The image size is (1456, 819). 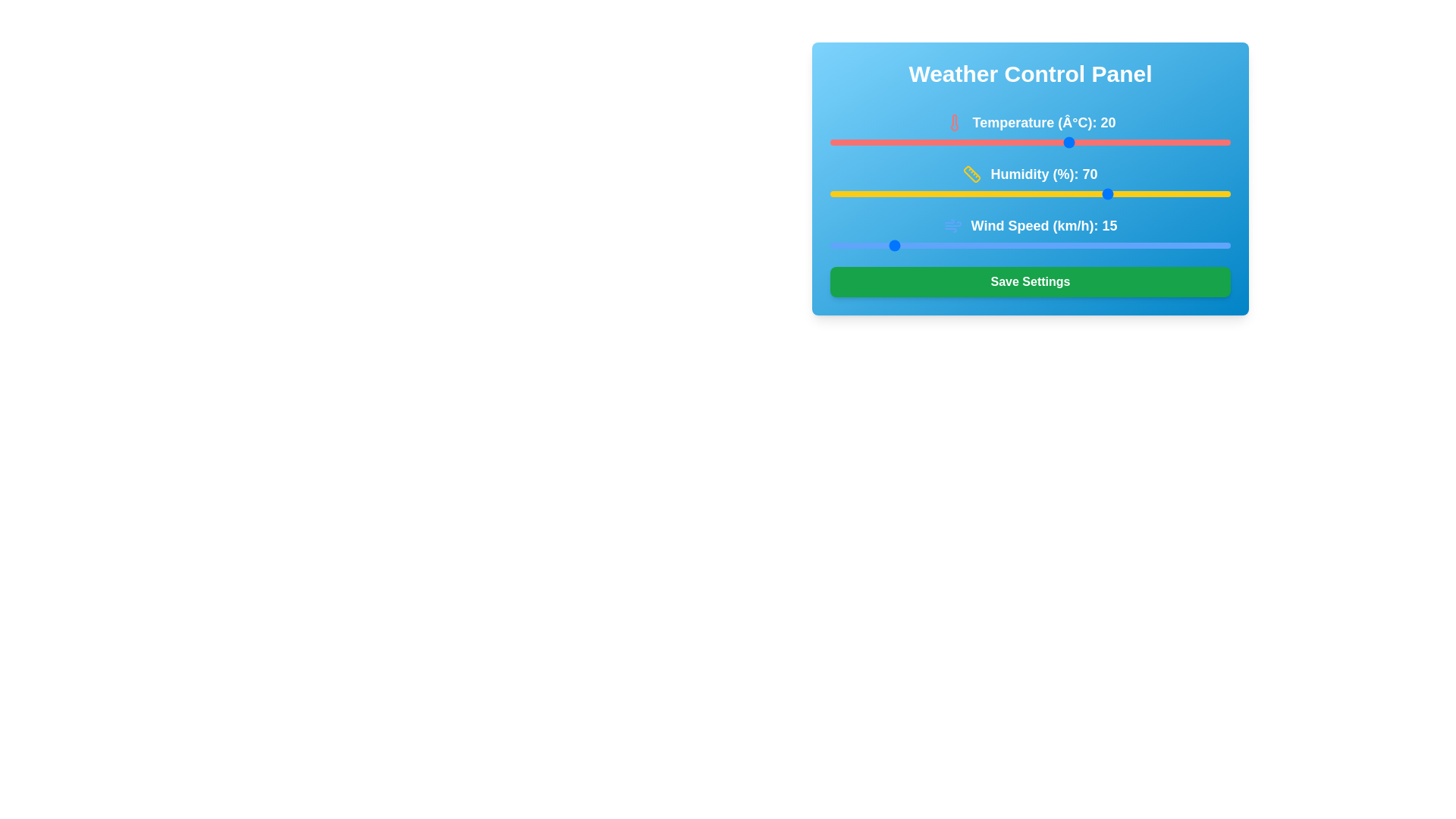 What do you see at coordinates (1030, 127) in the screenshot?
I see `the temperature setting text label and icon combination in the Weather Control Panel, which is the first entry in the vertical stack of settings` at bounding box center [1030, 127].